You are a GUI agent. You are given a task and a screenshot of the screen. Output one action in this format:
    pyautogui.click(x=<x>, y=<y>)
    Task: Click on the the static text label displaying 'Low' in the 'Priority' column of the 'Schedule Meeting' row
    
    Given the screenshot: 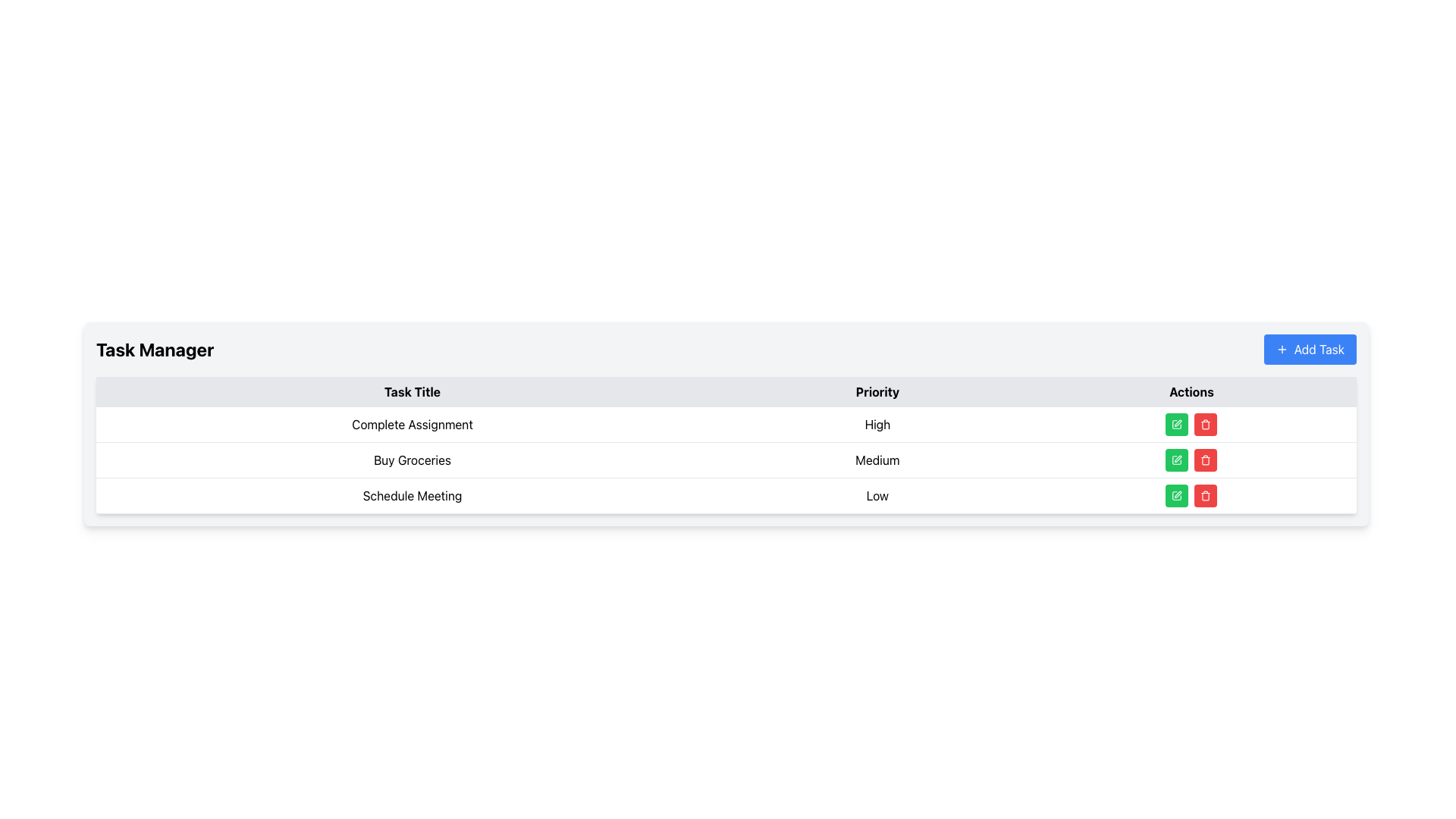 What is the action you would take?
    pyautogui.click(x=877, y=496)
    